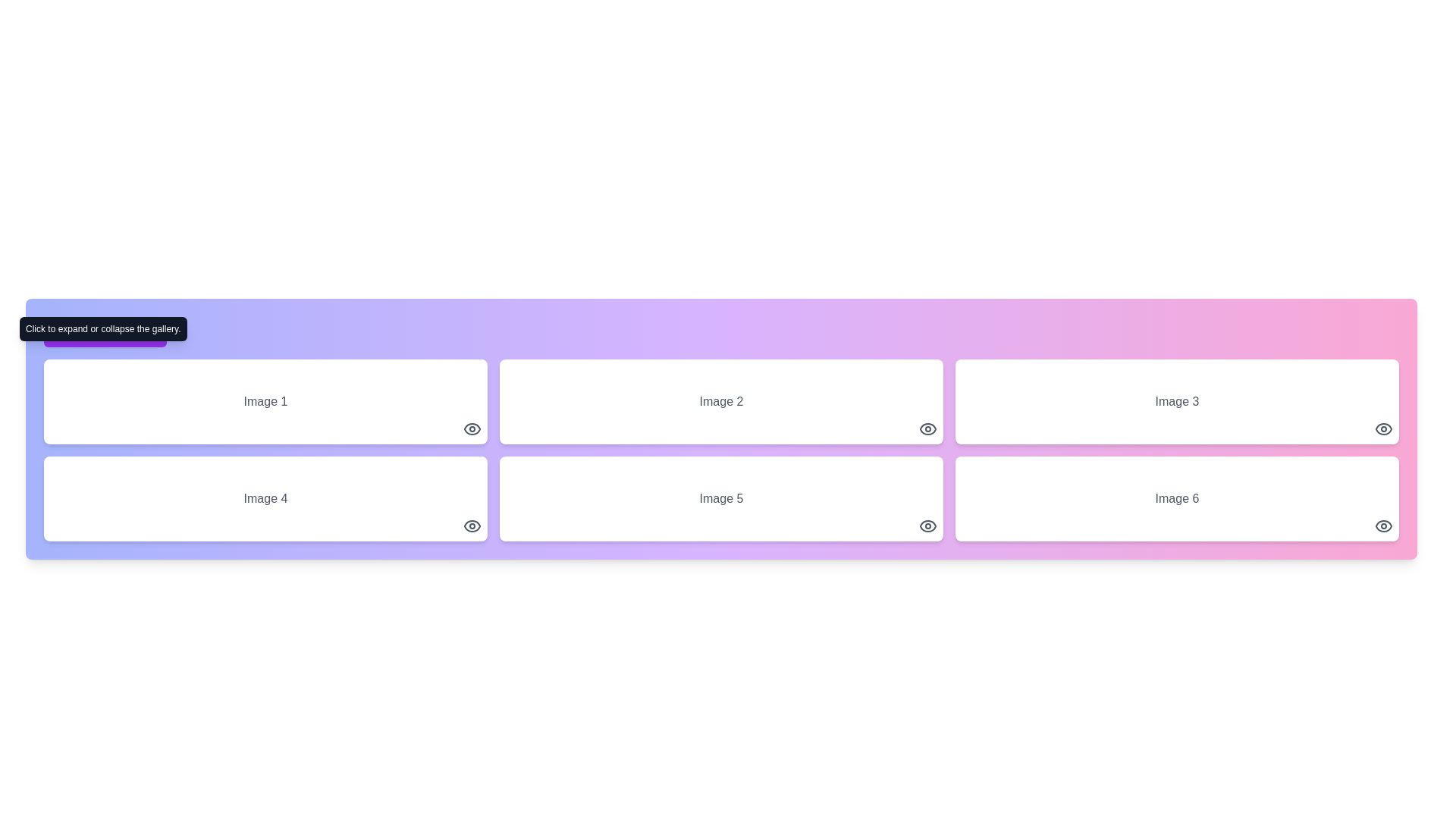 The image size is (1456, 819). I want to click on the button labeled 'Image 1' with an eye icon, so click(265, 400).